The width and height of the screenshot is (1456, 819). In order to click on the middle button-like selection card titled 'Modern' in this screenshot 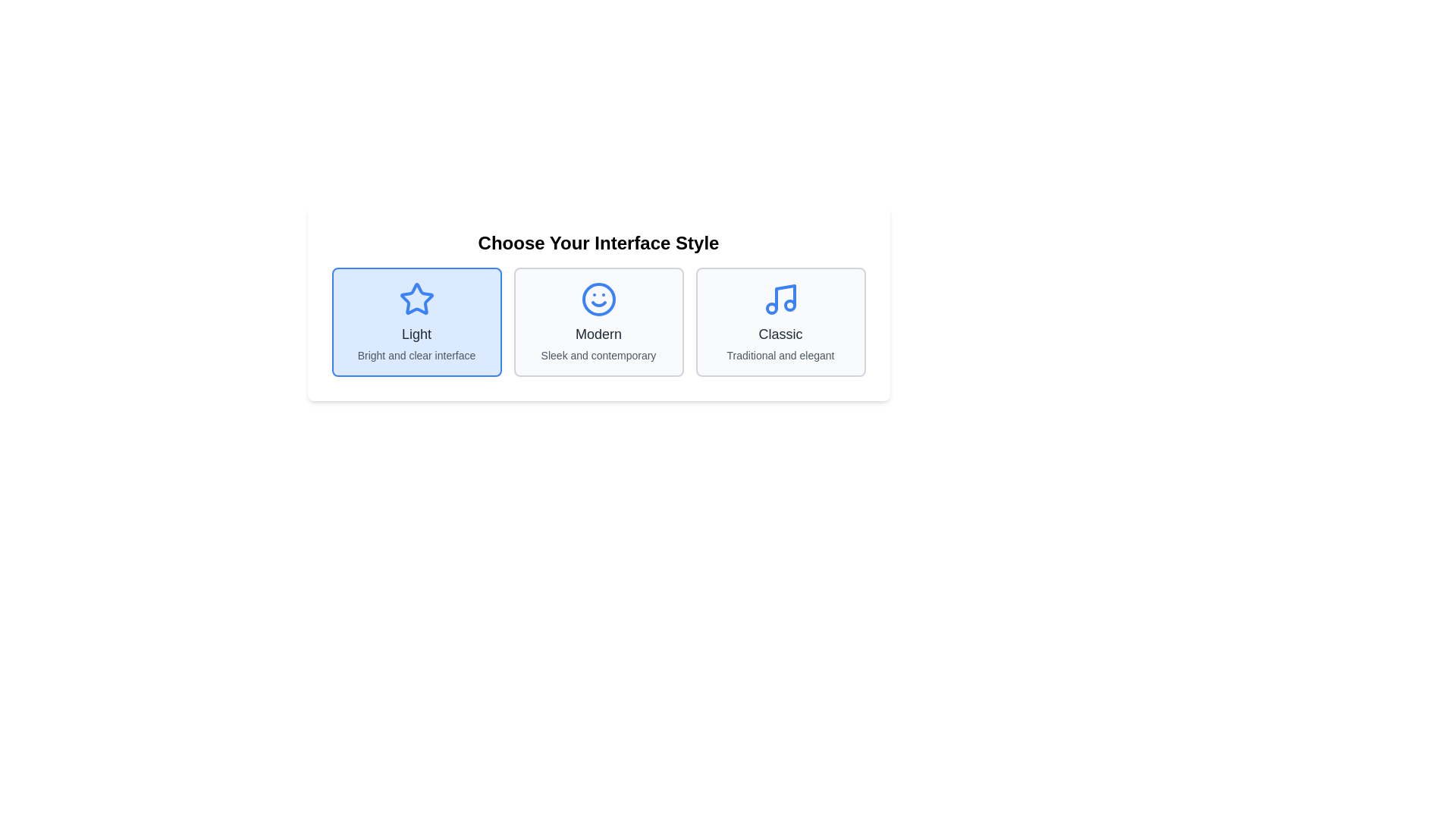, I will do `click(598, 321)`.